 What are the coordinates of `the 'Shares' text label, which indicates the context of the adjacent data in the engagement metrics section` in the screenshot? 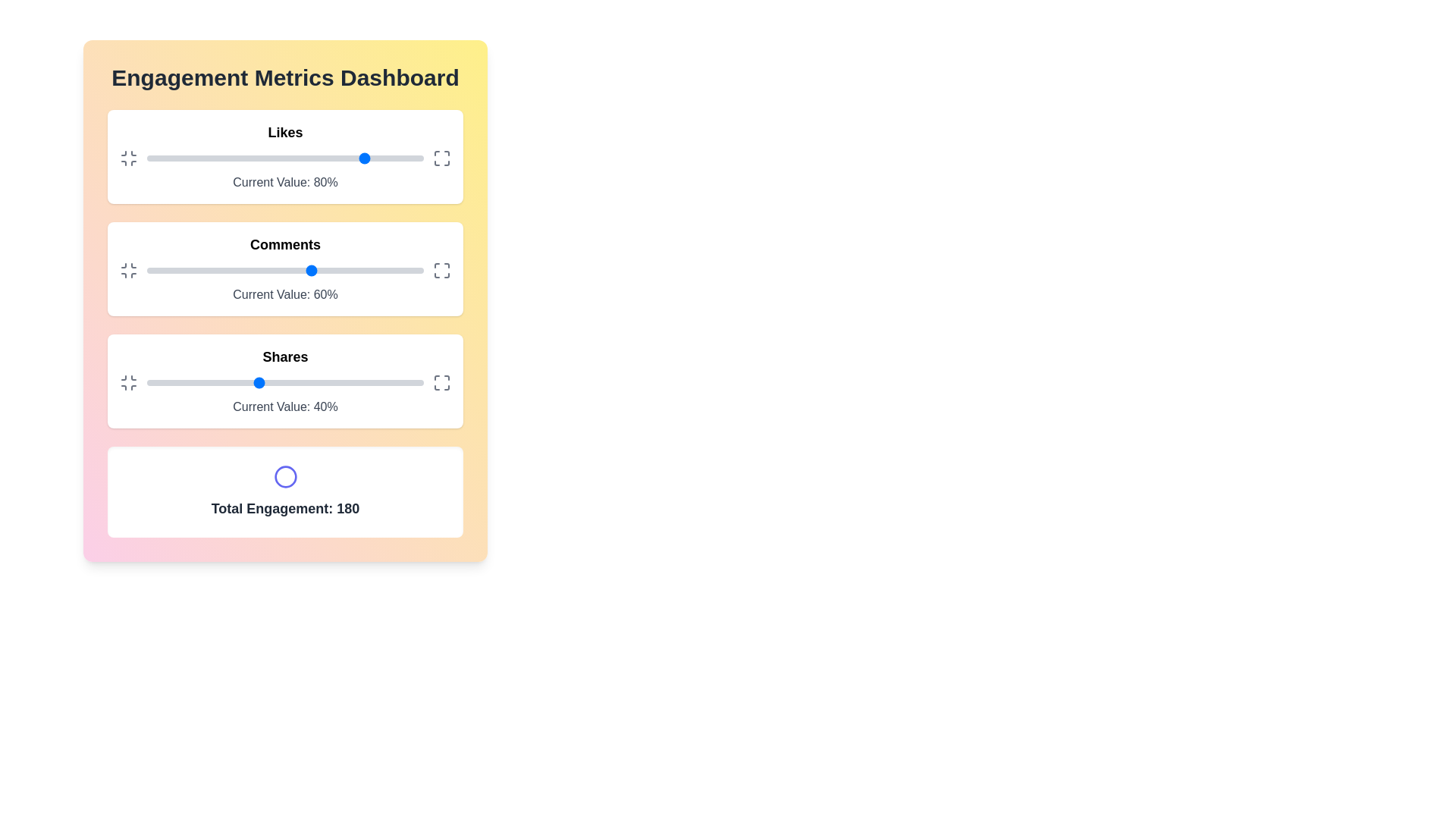 It's located at (285, 356).